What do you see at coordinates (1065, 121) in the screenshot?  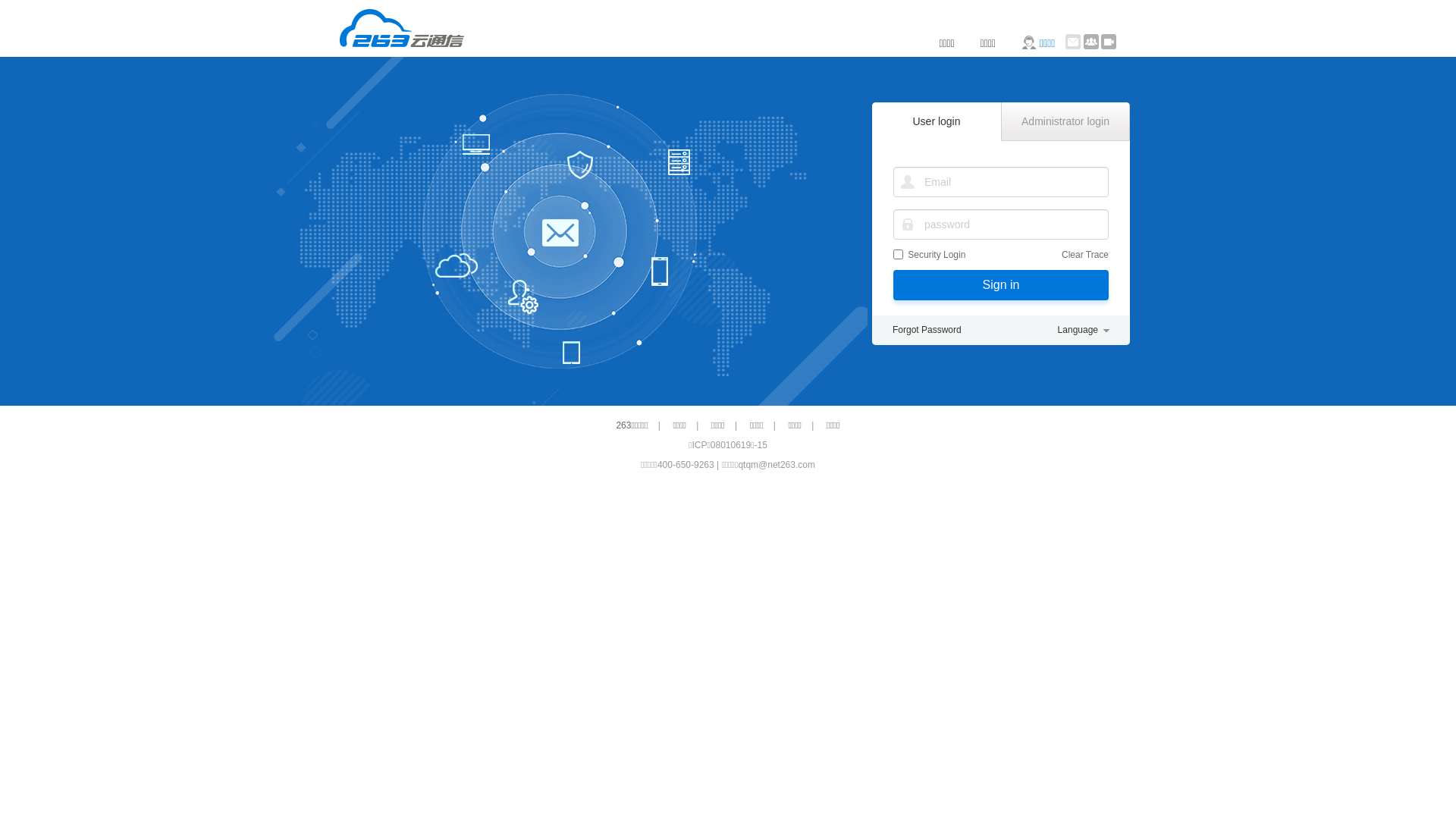 I see `'Administrator login'` at bounding box center [1065, 121].